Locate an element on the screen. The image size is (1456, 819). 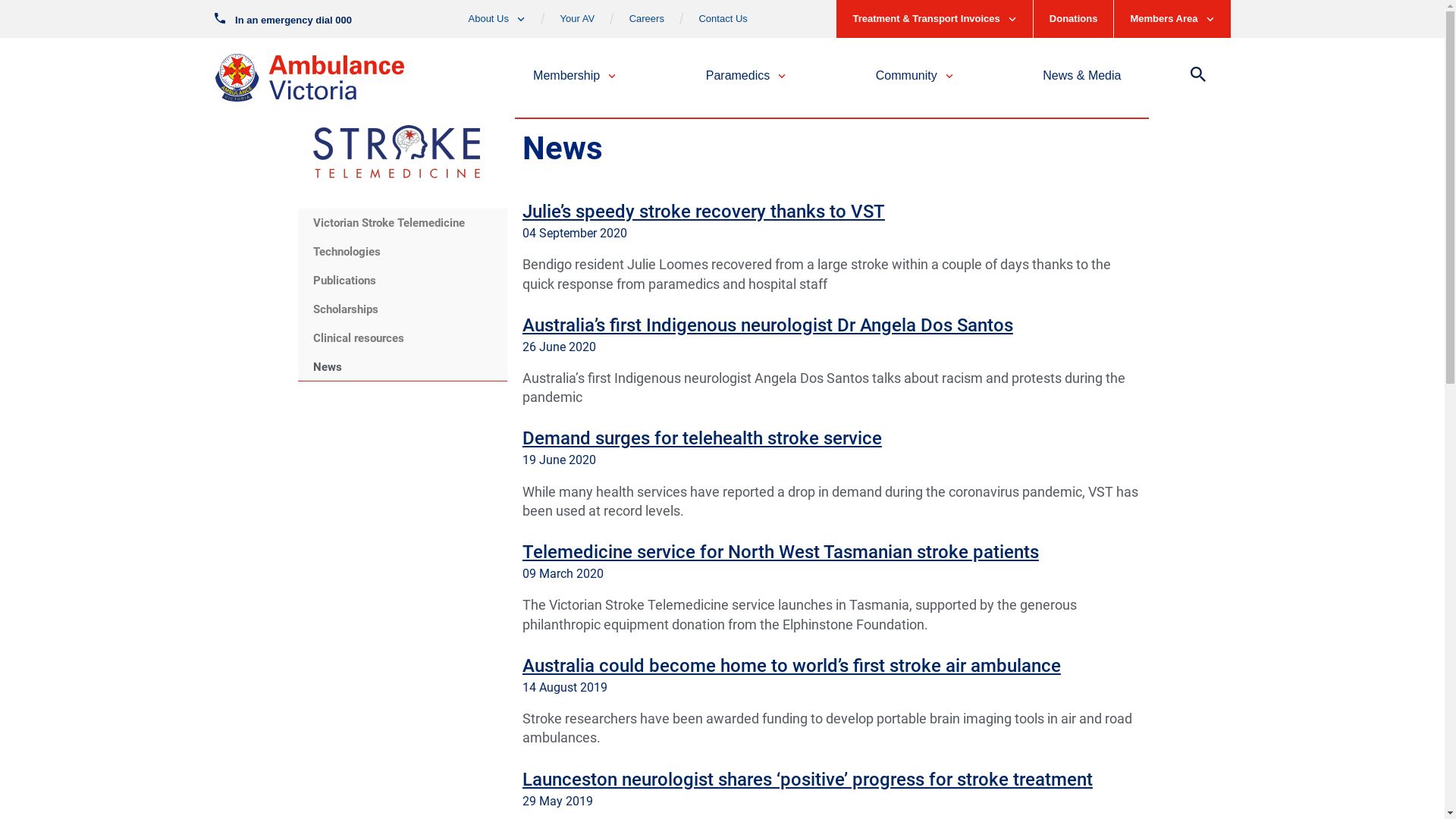
'Careers' is located at coordinates (647, 20).